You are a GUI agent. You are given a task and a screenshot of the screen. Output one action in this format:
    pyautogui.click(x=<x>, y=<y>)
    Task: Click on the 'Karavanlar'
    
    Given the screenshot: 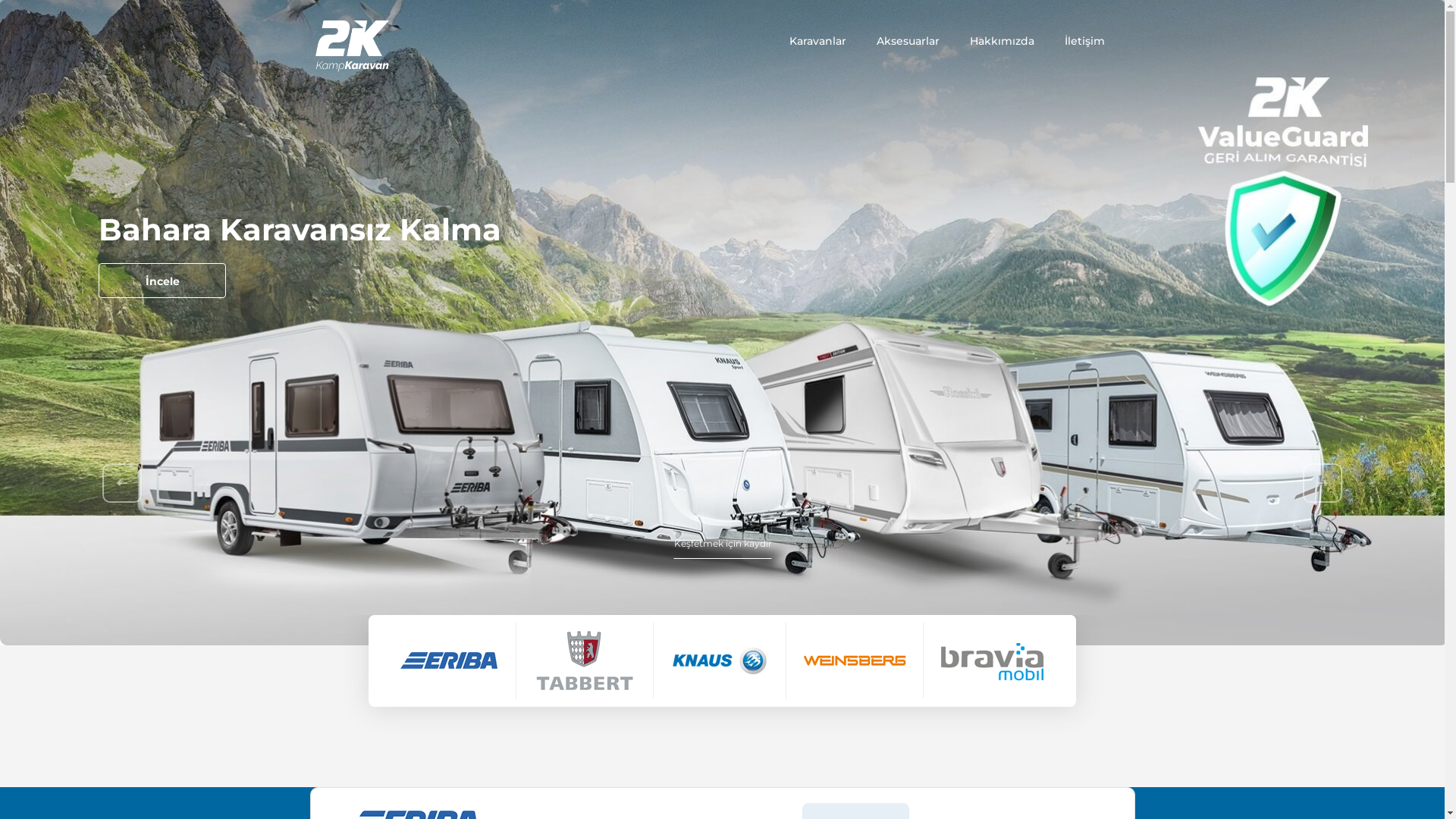 What is the action you would take?
    pyautogui.click(x=816, y=40)
    